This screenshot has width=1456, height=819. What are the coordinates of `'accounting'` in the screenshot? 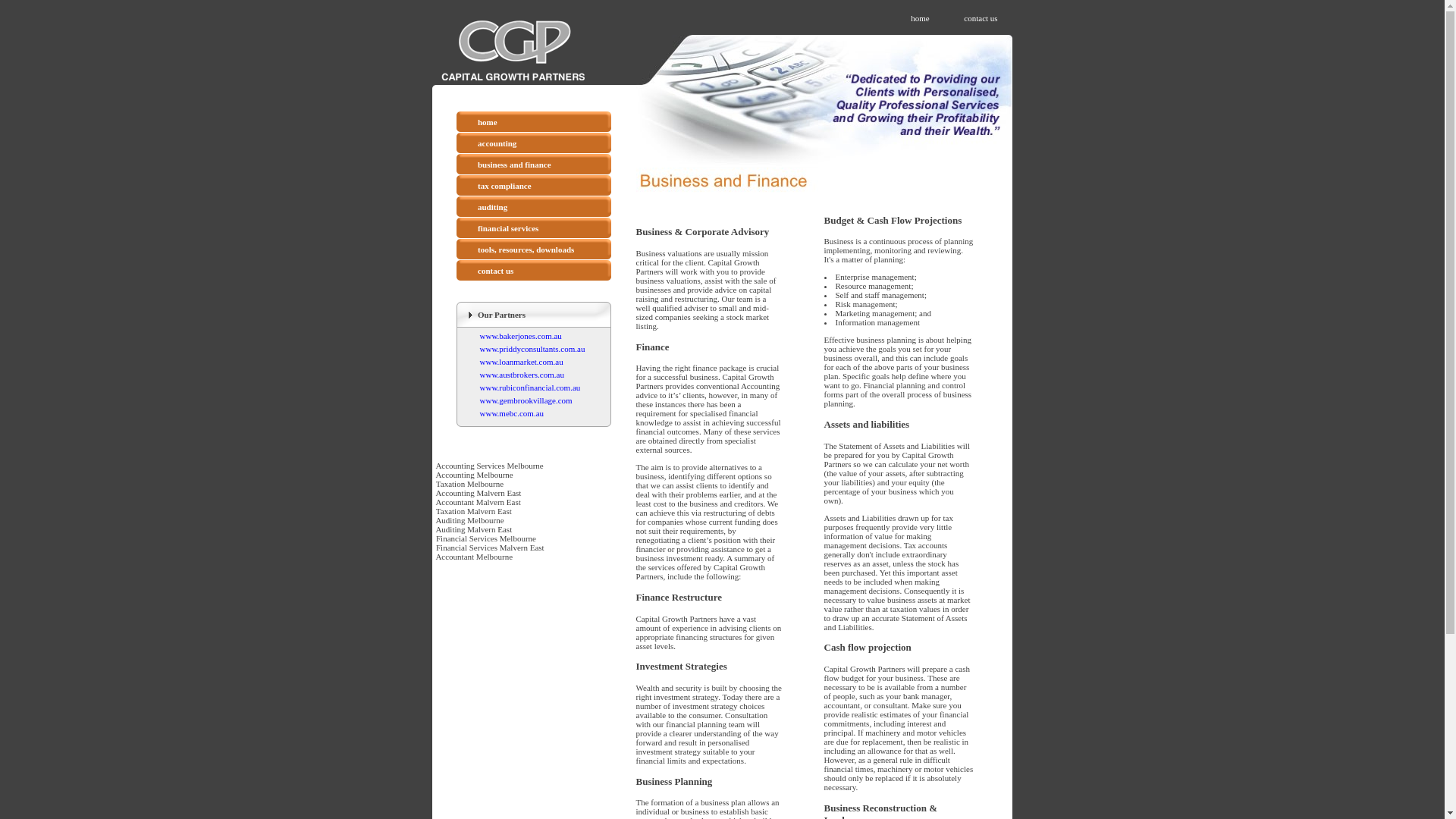 It's located at (476, 143).